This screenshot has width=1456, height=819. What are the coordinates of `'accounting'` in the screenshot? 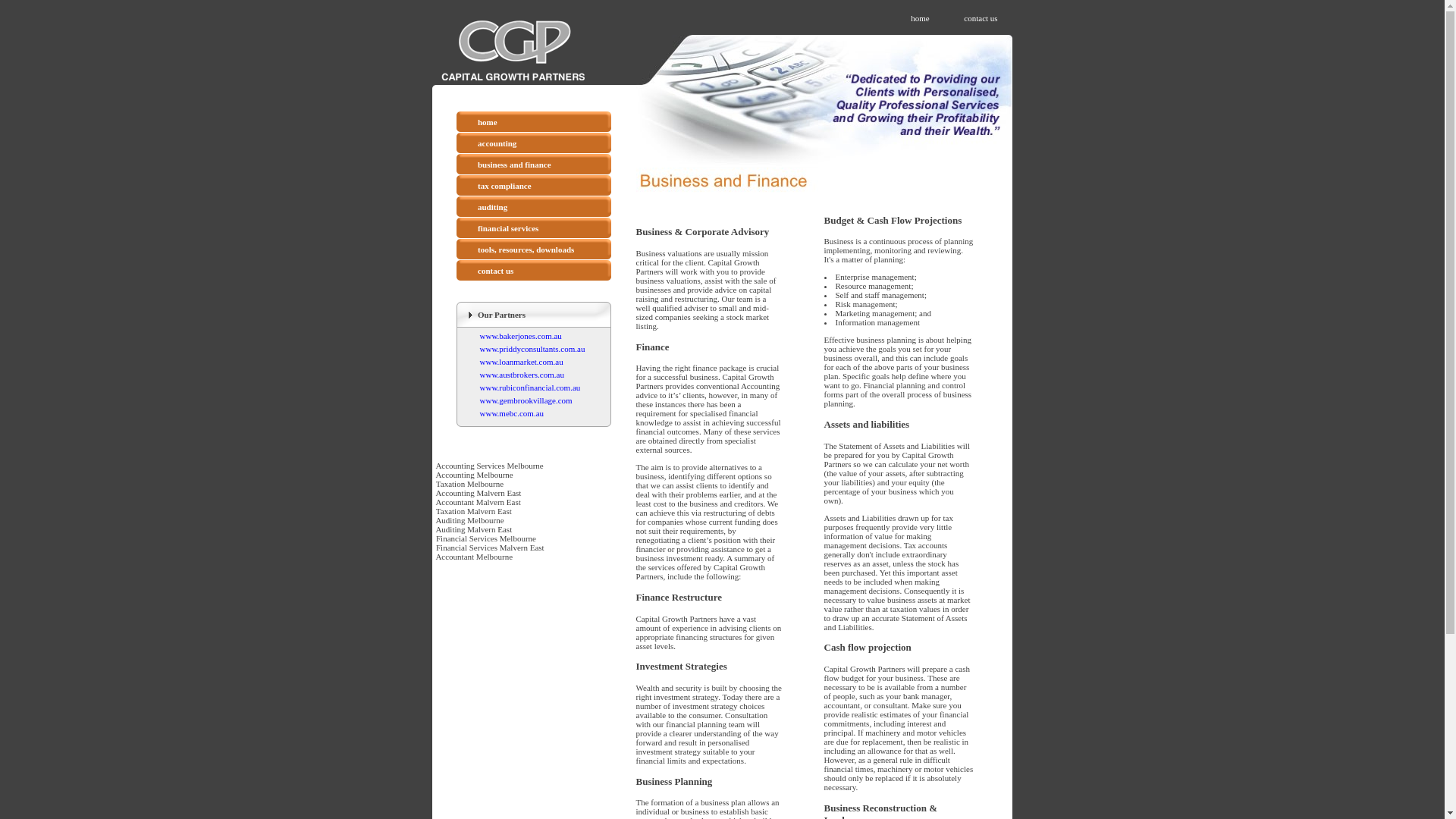 It's located at (476, 143).